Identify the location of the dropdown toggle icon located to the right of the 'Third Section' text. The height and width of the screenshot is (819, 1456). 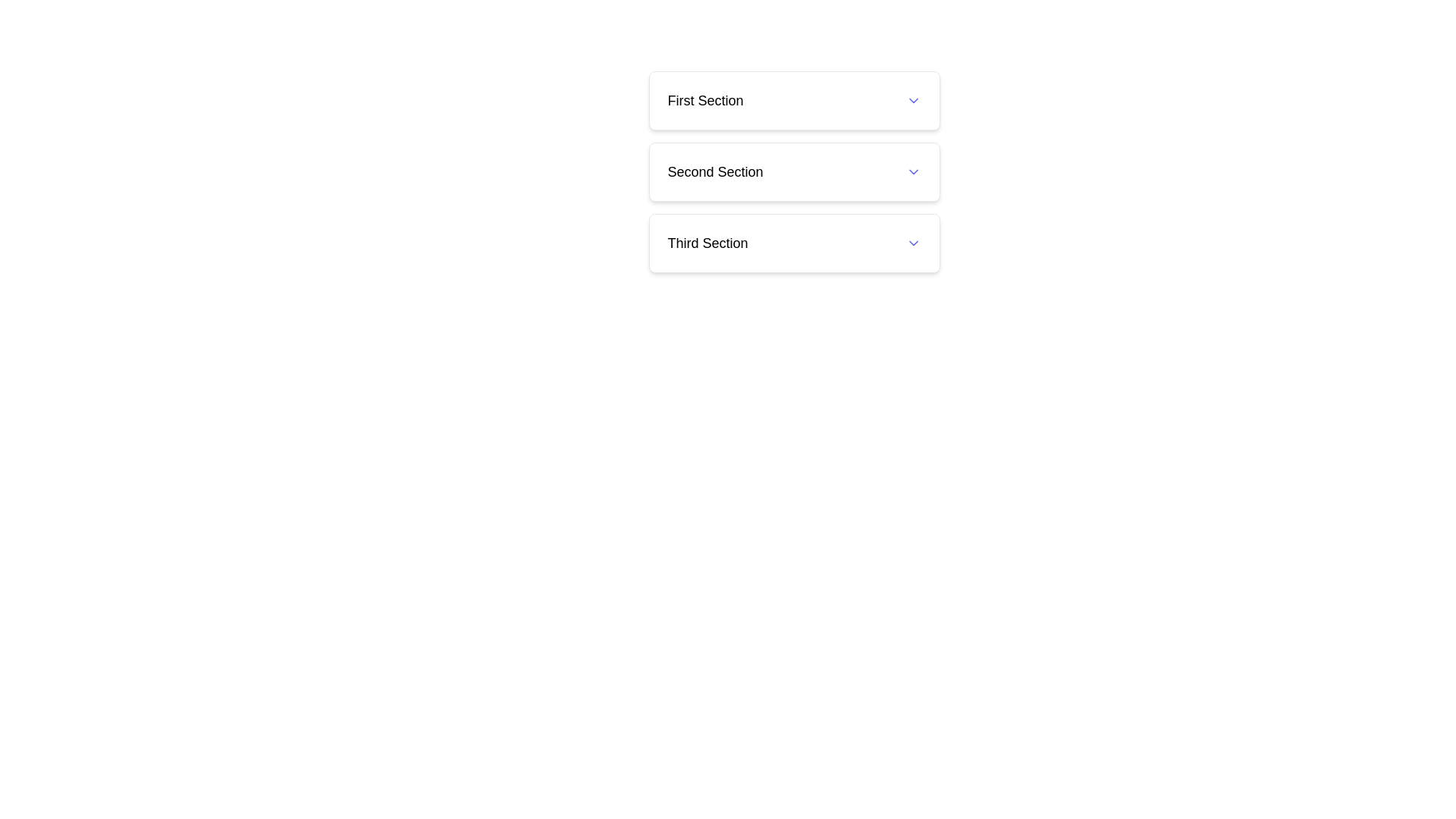
(912, 242).